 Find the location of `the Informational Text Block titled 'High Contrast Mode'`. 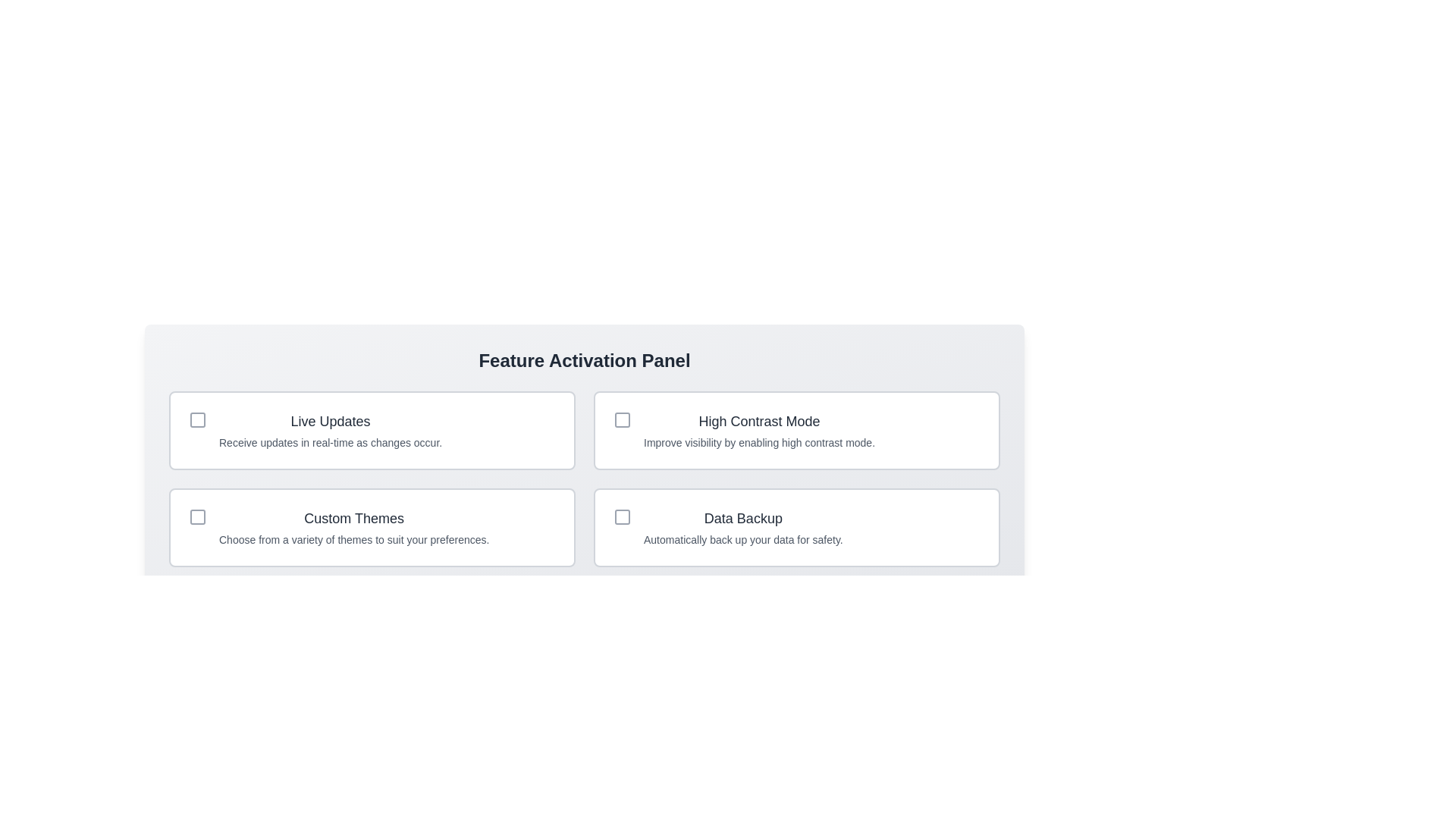

the Informational Text Block titled 'High Contrast Mode' is located at coordinates (759, 430).